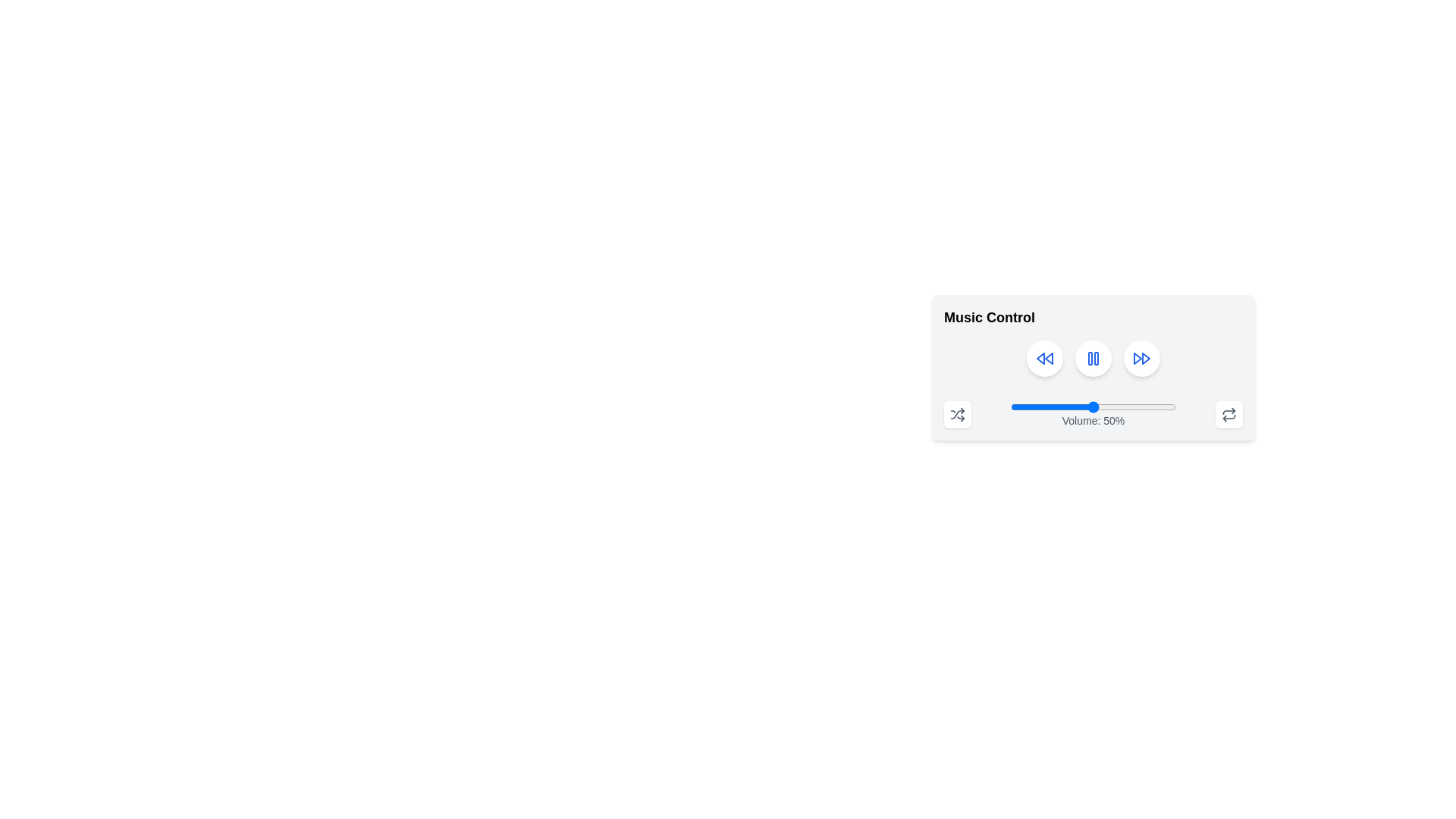 The image size is (1456, 819). Describe the element at coordinates (956, 415) in the screenshot. I see `the shuffle button located in the bottom-right corner of the Music Control interface` at that location.